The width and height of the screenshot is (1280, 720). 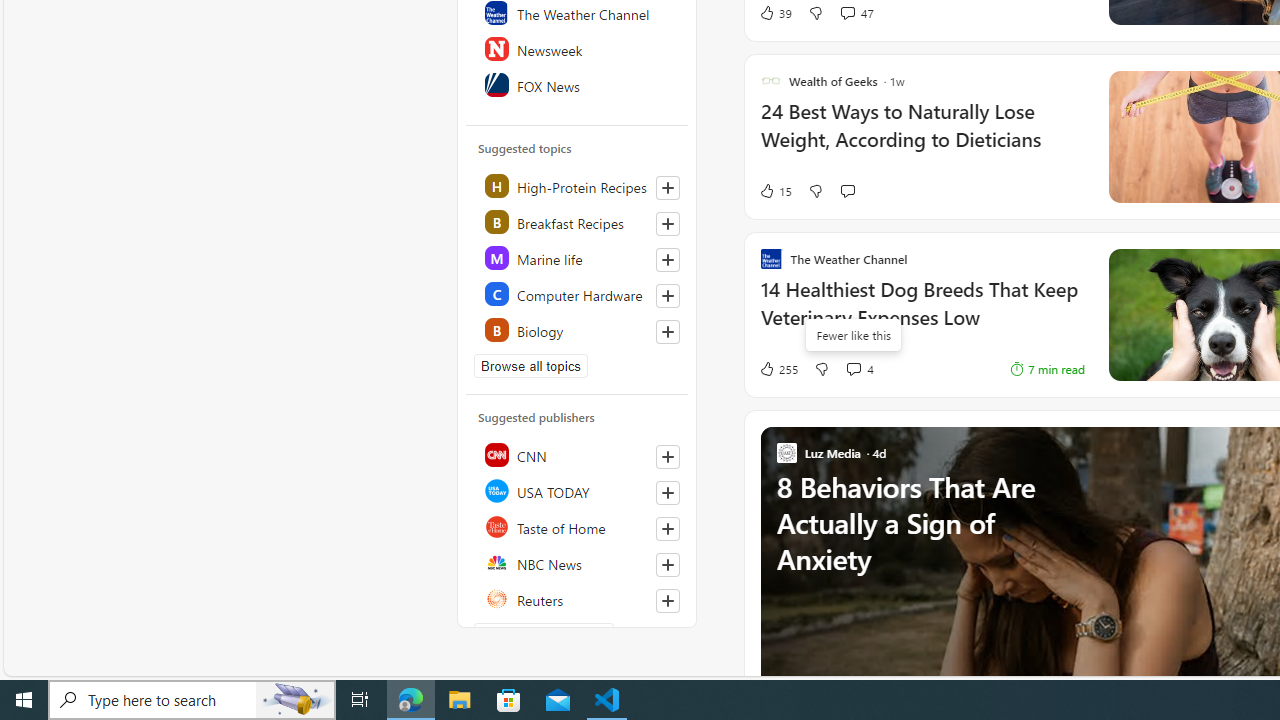 What do you see at coordinates (774, 12) in the screenshot?
I see `'39 Like'` at bounding box center [774, 12].